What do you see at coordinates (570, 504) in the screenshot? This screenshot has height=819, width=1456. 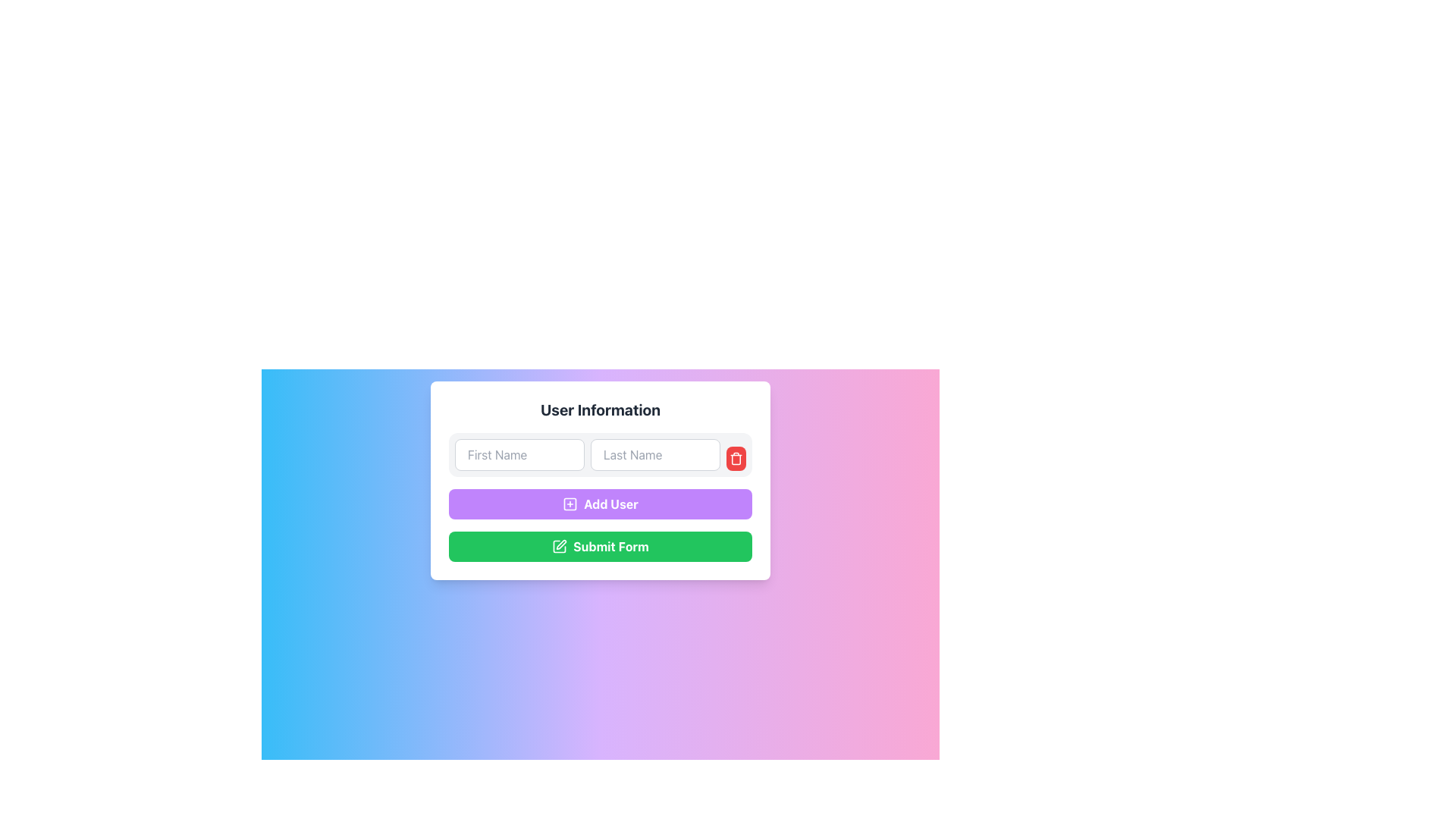 I see `the 'Add User' button by clicking on the '+' icon located in the center of the button` at bounding box center [570, 504].